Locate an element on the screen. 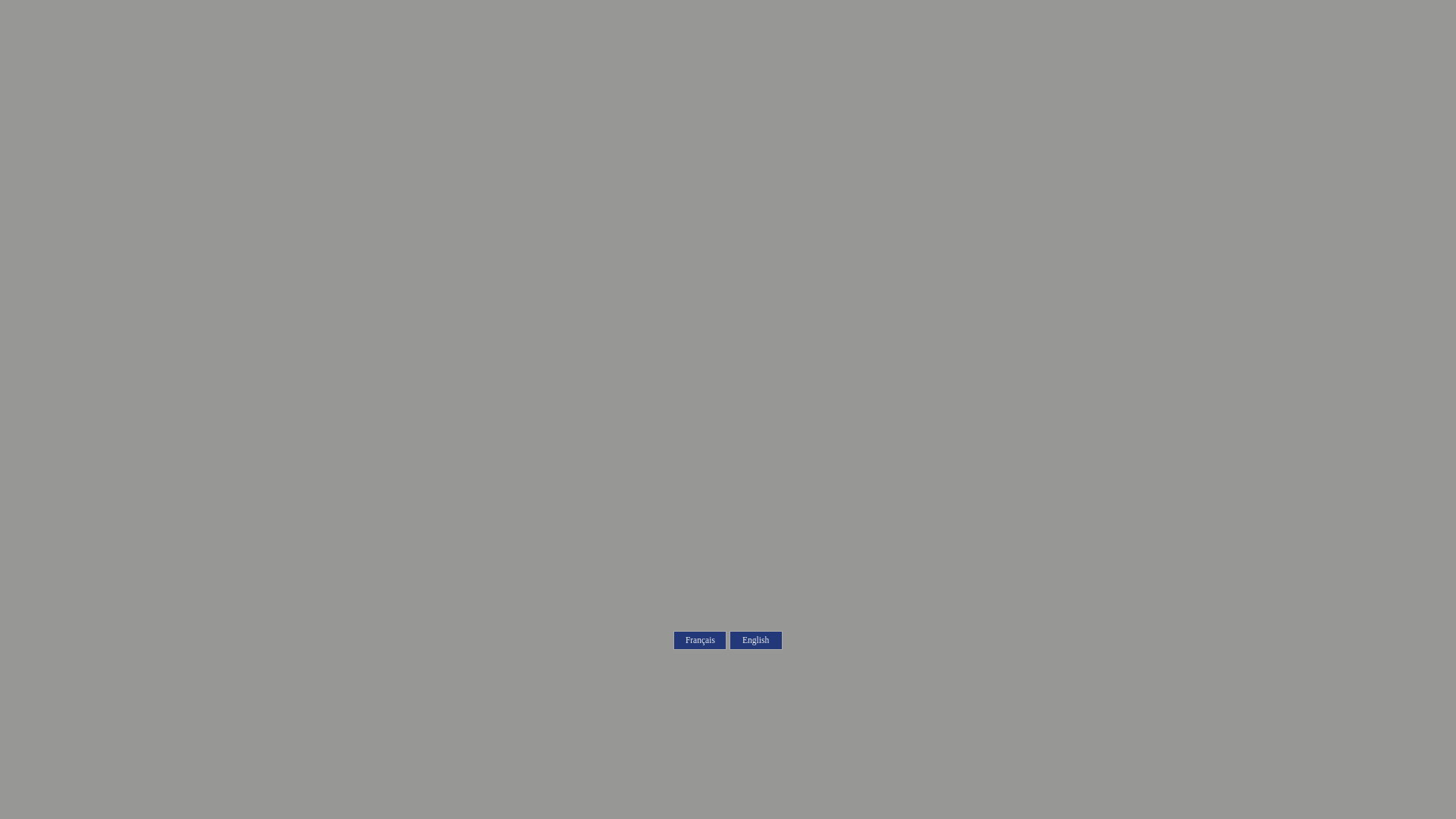 This screenshot has width=1456, height=819. 'English' is located at coordinates (756, 640).